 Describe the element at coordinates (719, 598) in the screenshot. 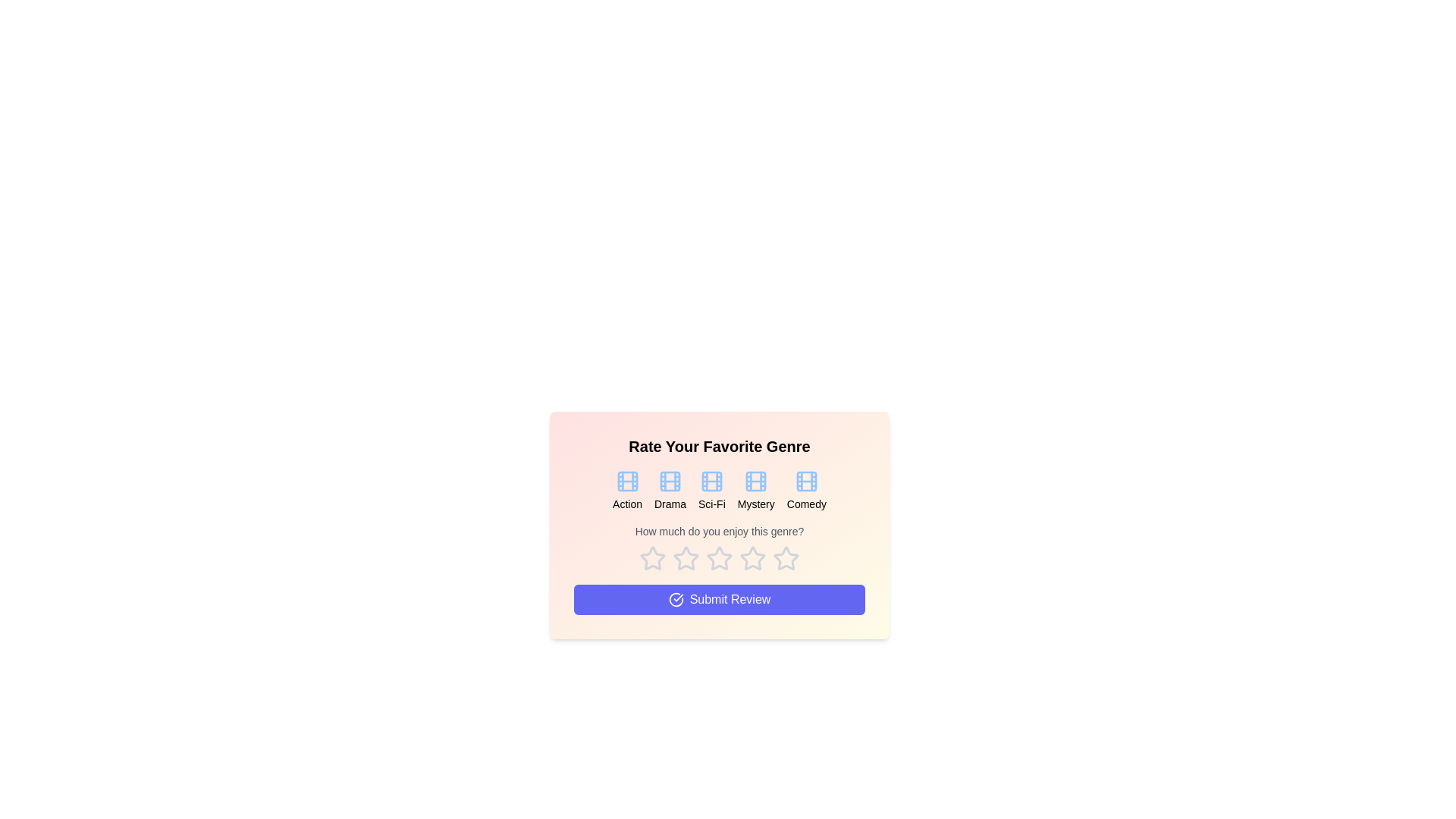

I see `the 'Submit Review' button to submit the selected rating` at that location.